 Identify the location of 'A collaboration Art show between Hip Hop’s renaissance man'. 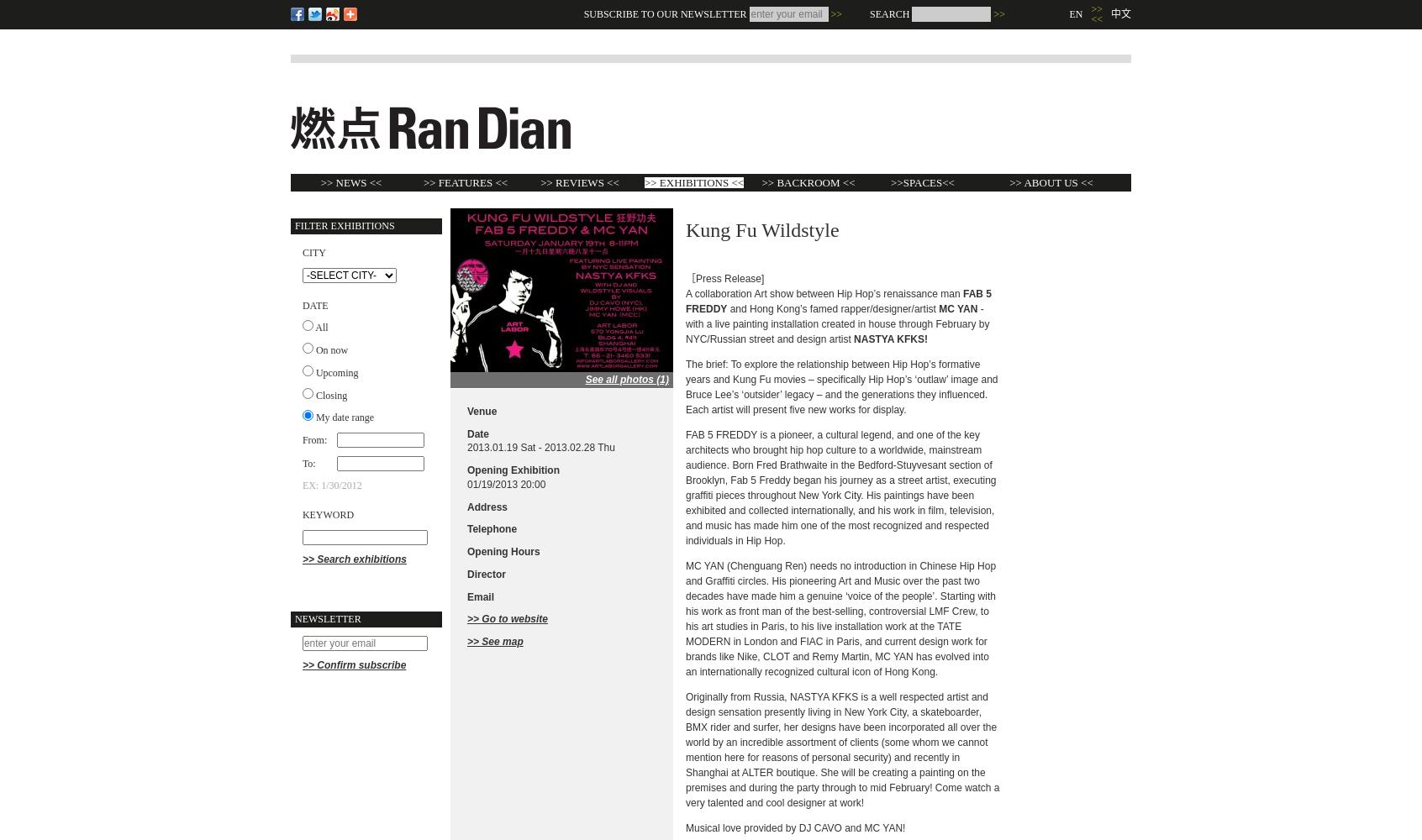
(824, 292).